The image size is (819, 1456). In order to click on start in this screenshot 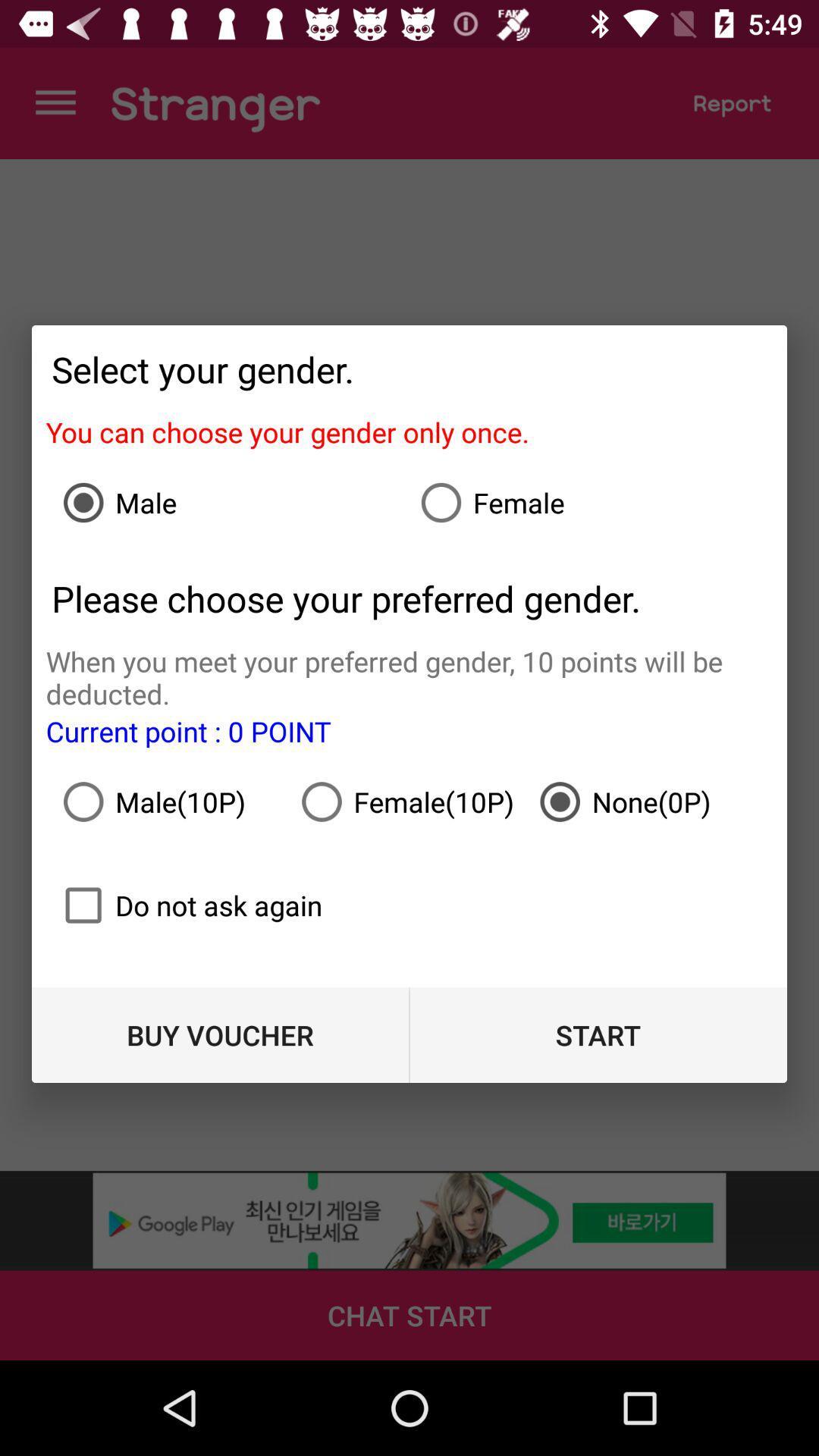, I will do `click(598, 1034)`.